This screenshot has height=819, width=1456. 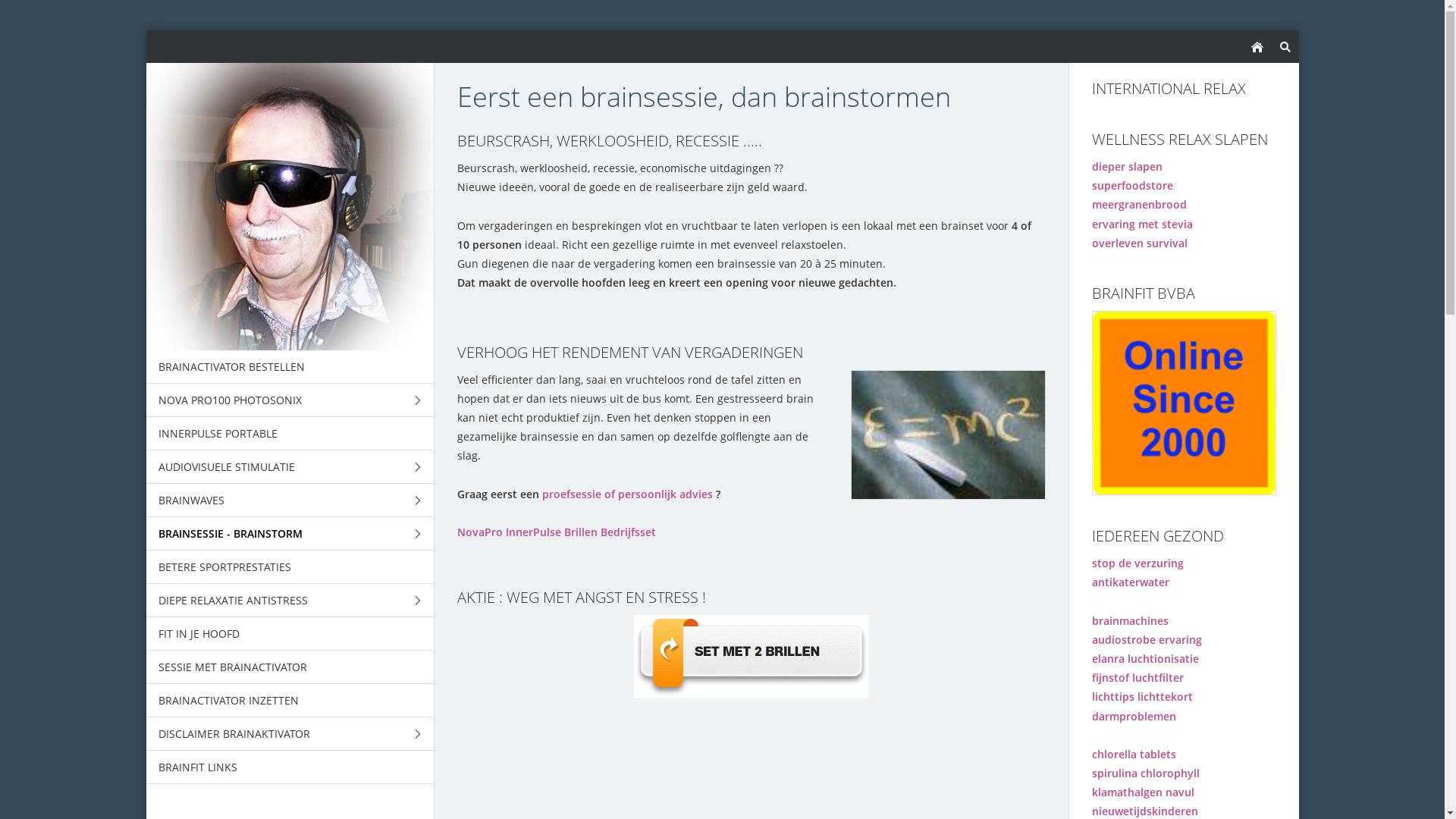 What do you see at coordinates (289, 701) in the screenshot?
I see `'BRAINACTIVATOR INZETTEN'` at bounding box center [289, 701].